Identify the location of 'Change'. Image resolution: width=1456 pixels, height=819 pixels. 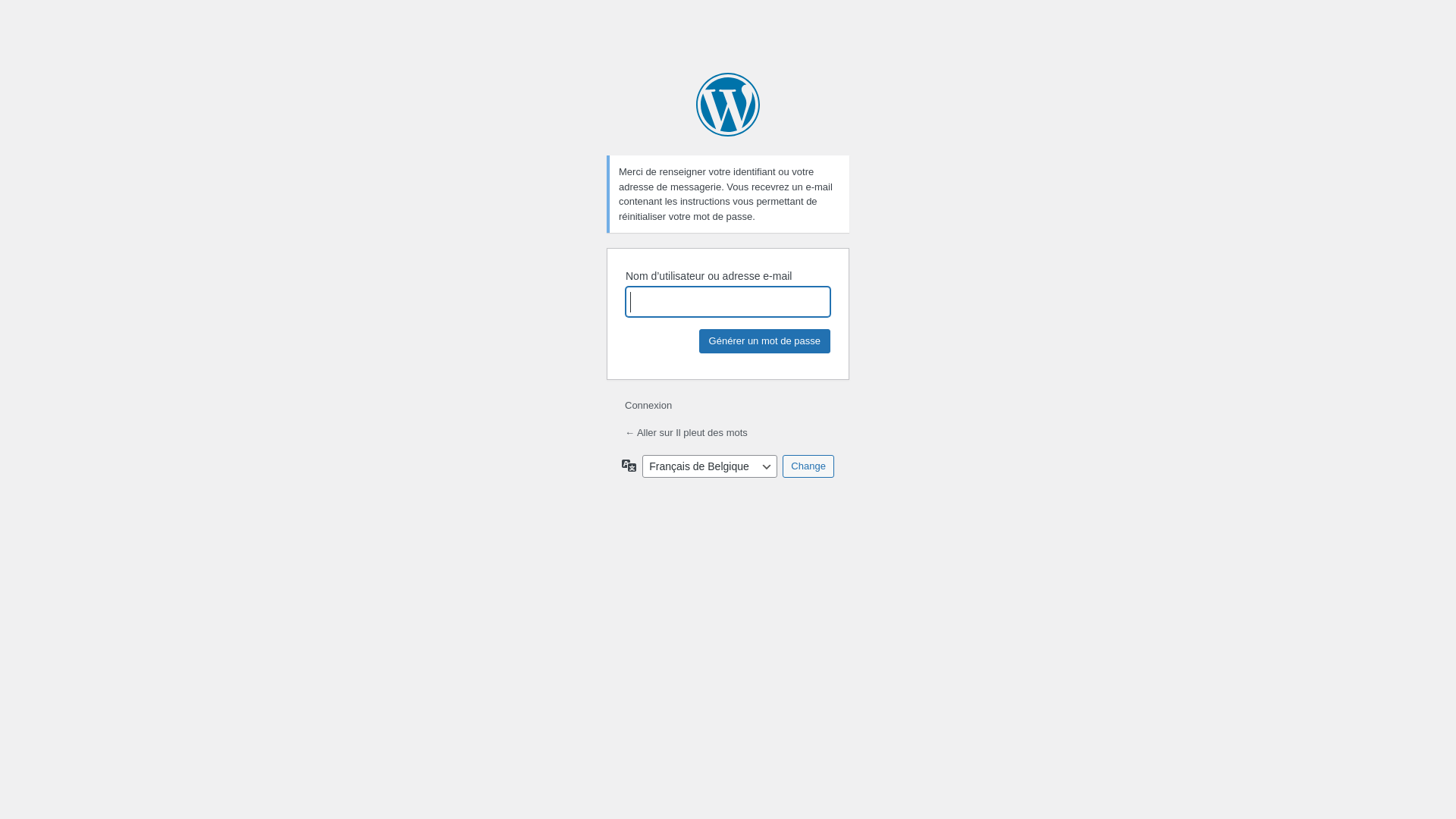
(783, 465).